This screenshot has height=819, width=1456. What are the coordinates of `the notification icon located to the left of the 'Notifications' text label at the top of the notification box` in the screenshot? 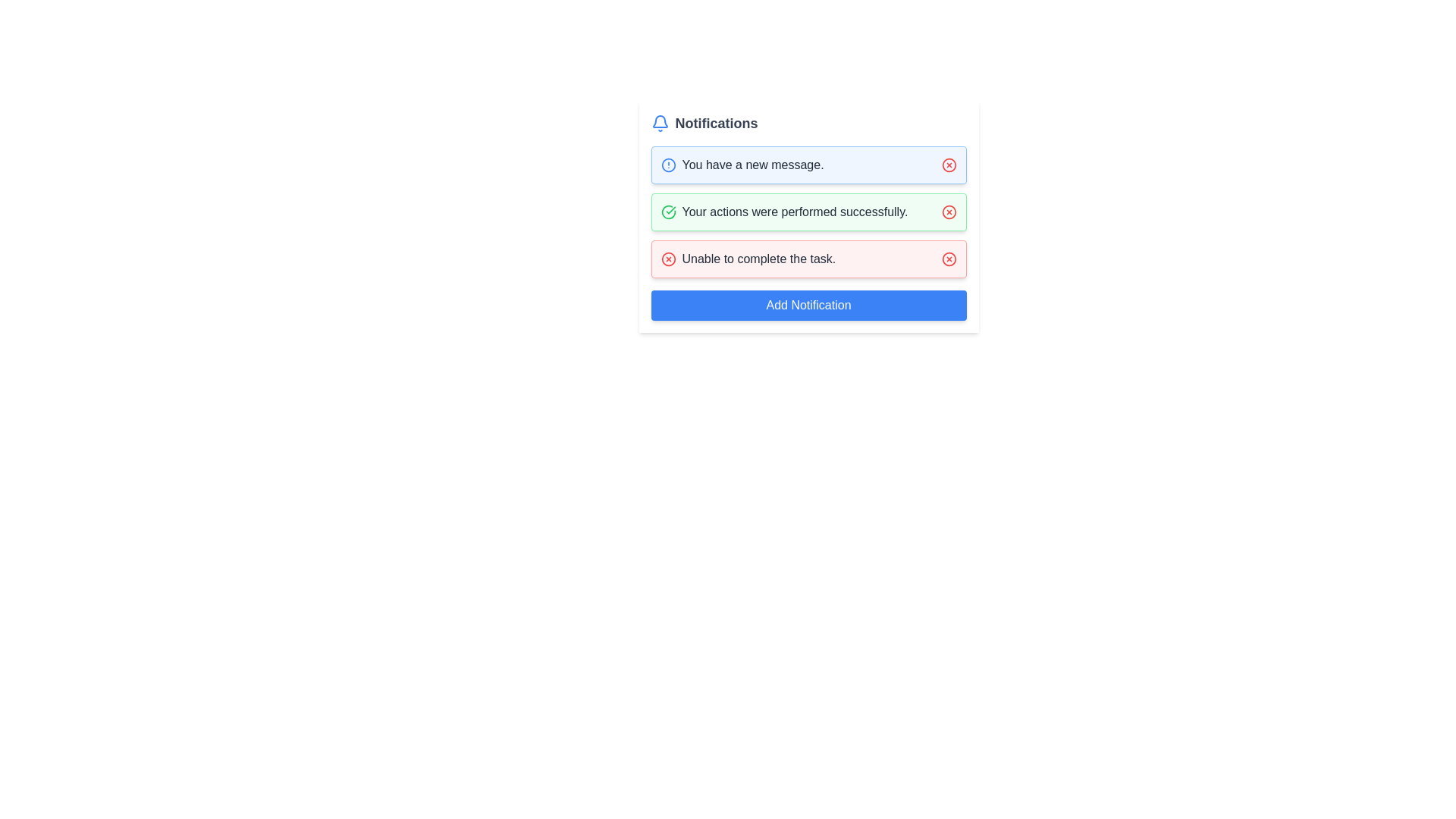 It's located at (660, 122).